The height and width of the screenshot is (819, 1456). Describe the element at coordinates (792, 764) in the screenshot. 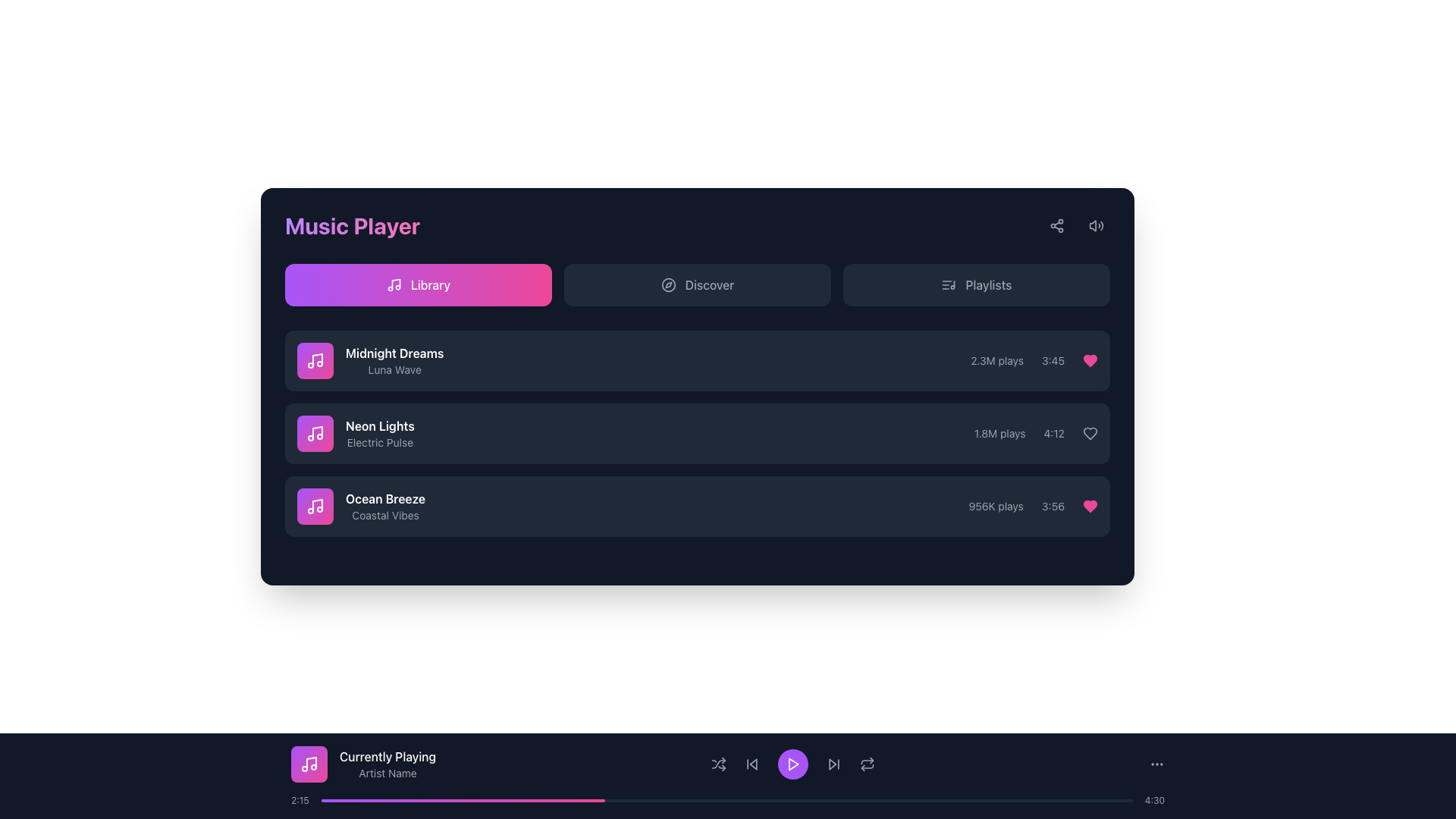

I see `the play button located in the bottom section of the interface to initiate or resume media playback` at that location.